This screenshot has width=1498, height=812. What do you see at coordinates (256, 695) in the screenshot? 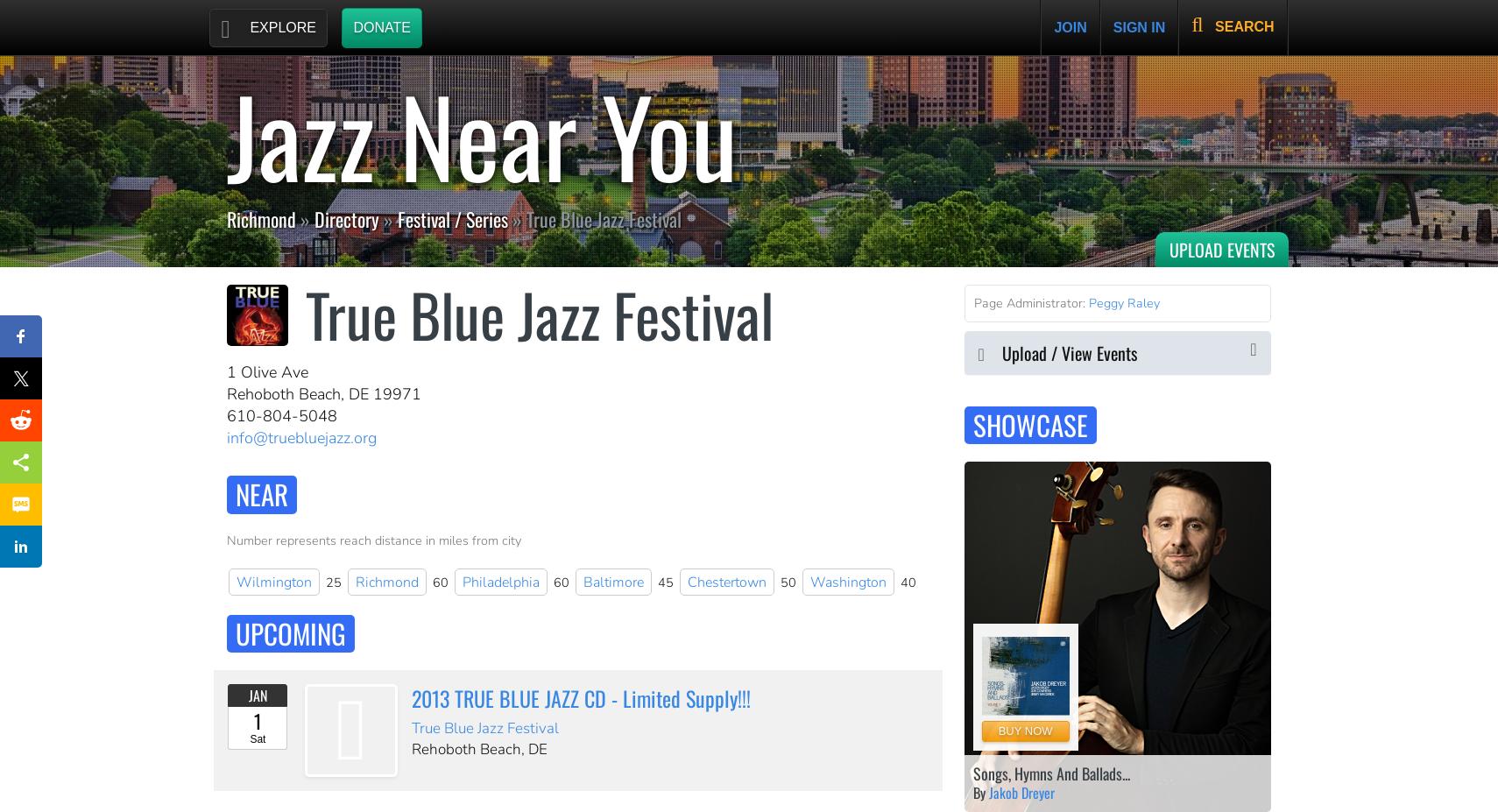
I see `'Jan'` at bounding box center [256, 695].